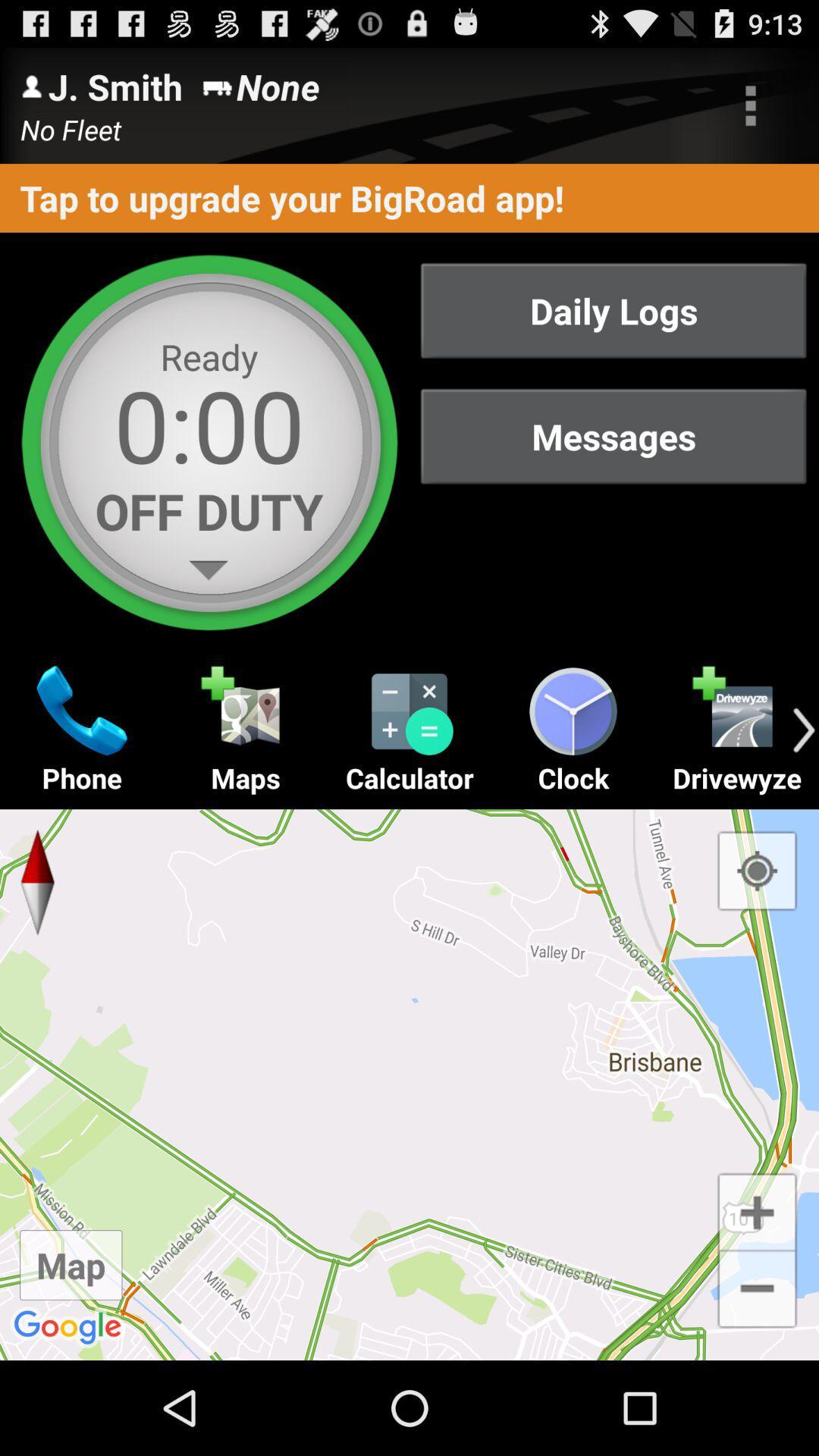  What do you see at coordinates (613, 435) in the screenshot?
I see `the item below daily logs item` at bounding box center [613, 435].